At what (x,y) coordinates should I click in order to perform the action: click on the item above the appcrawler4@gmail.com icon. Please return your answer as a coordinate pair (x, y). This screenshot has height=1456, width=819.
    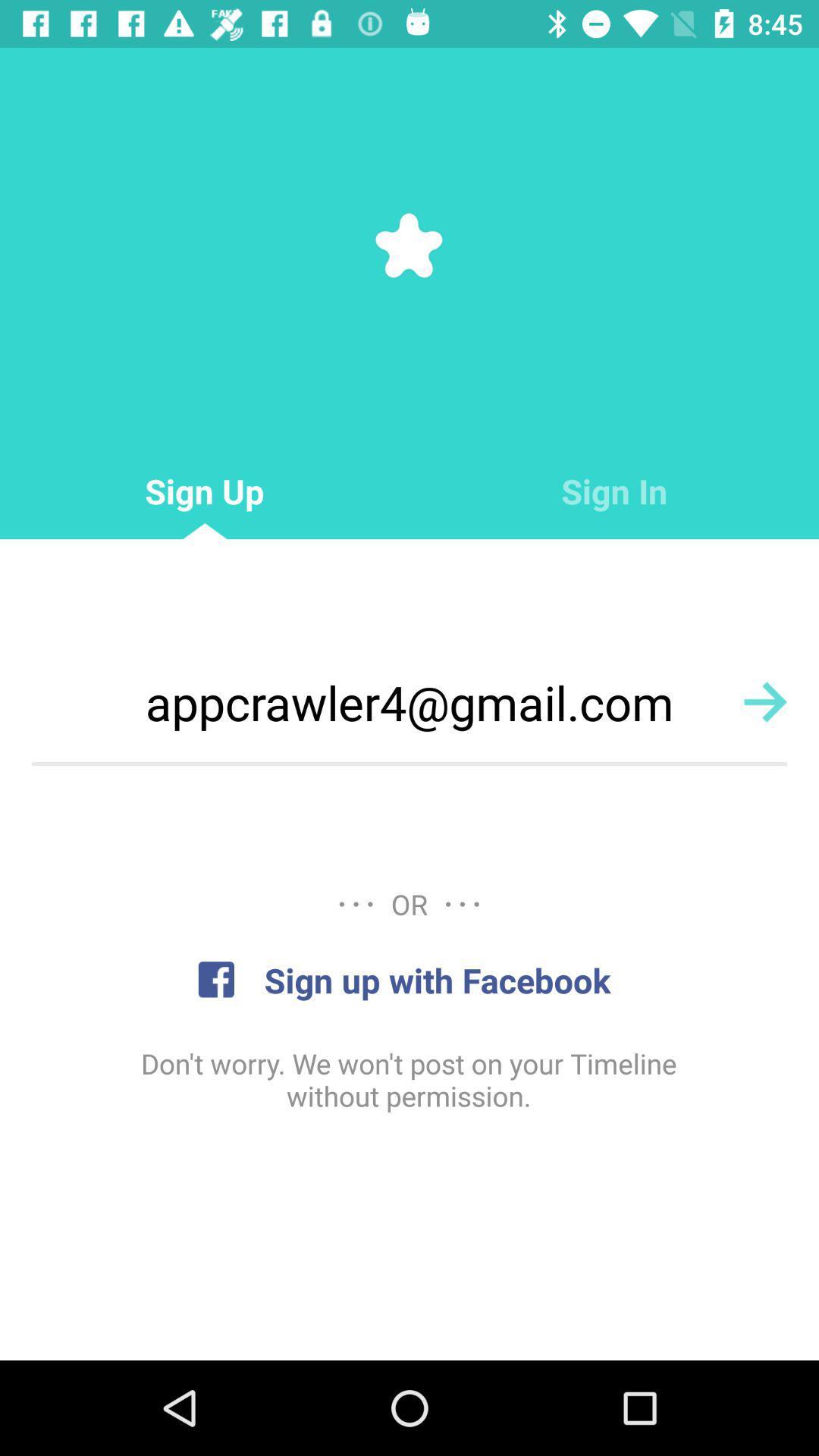
    Looking at the image, I should click on (614, 491).